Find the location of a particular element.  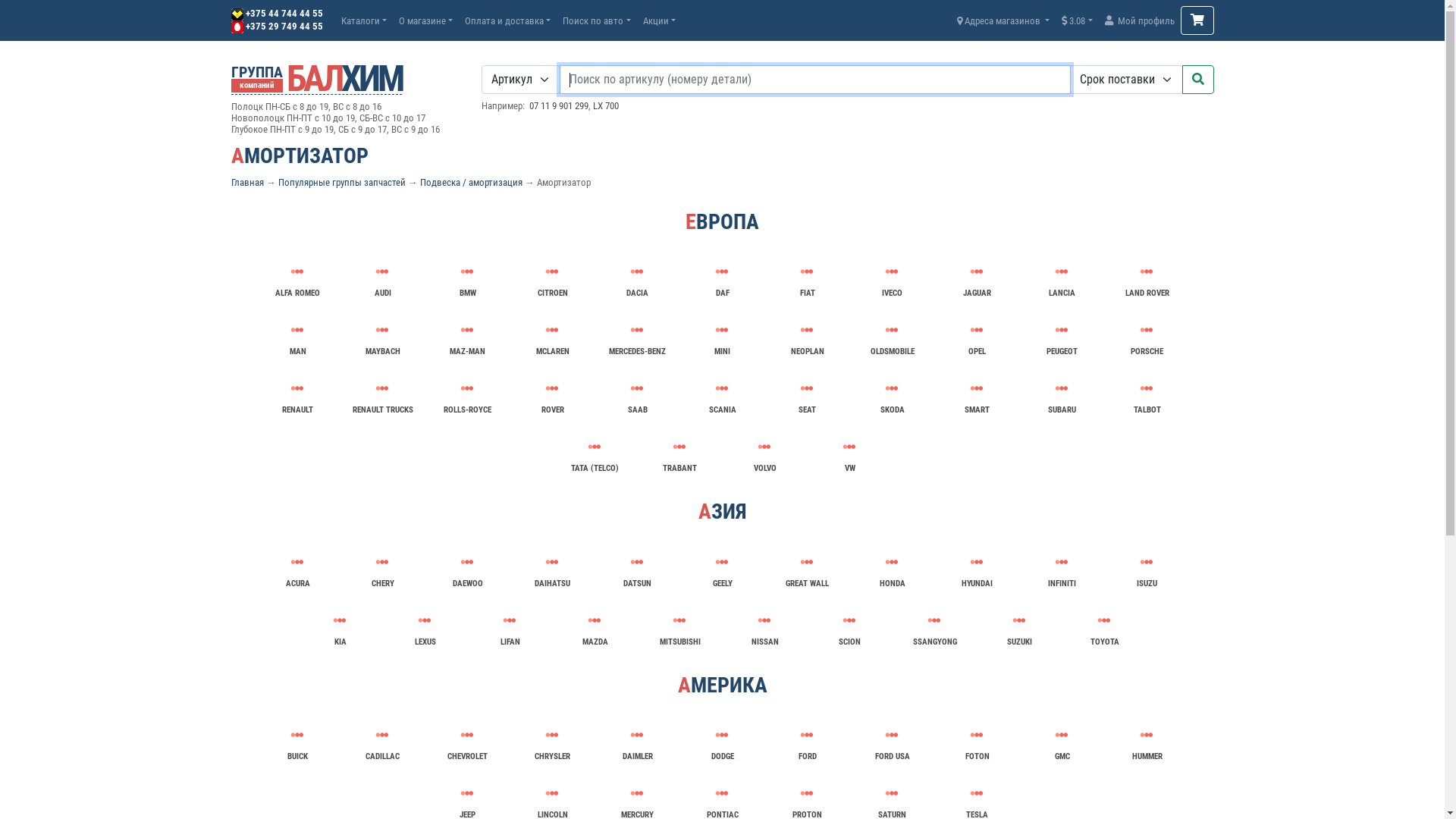

'FOTON' is located at coordinates (937, 739).